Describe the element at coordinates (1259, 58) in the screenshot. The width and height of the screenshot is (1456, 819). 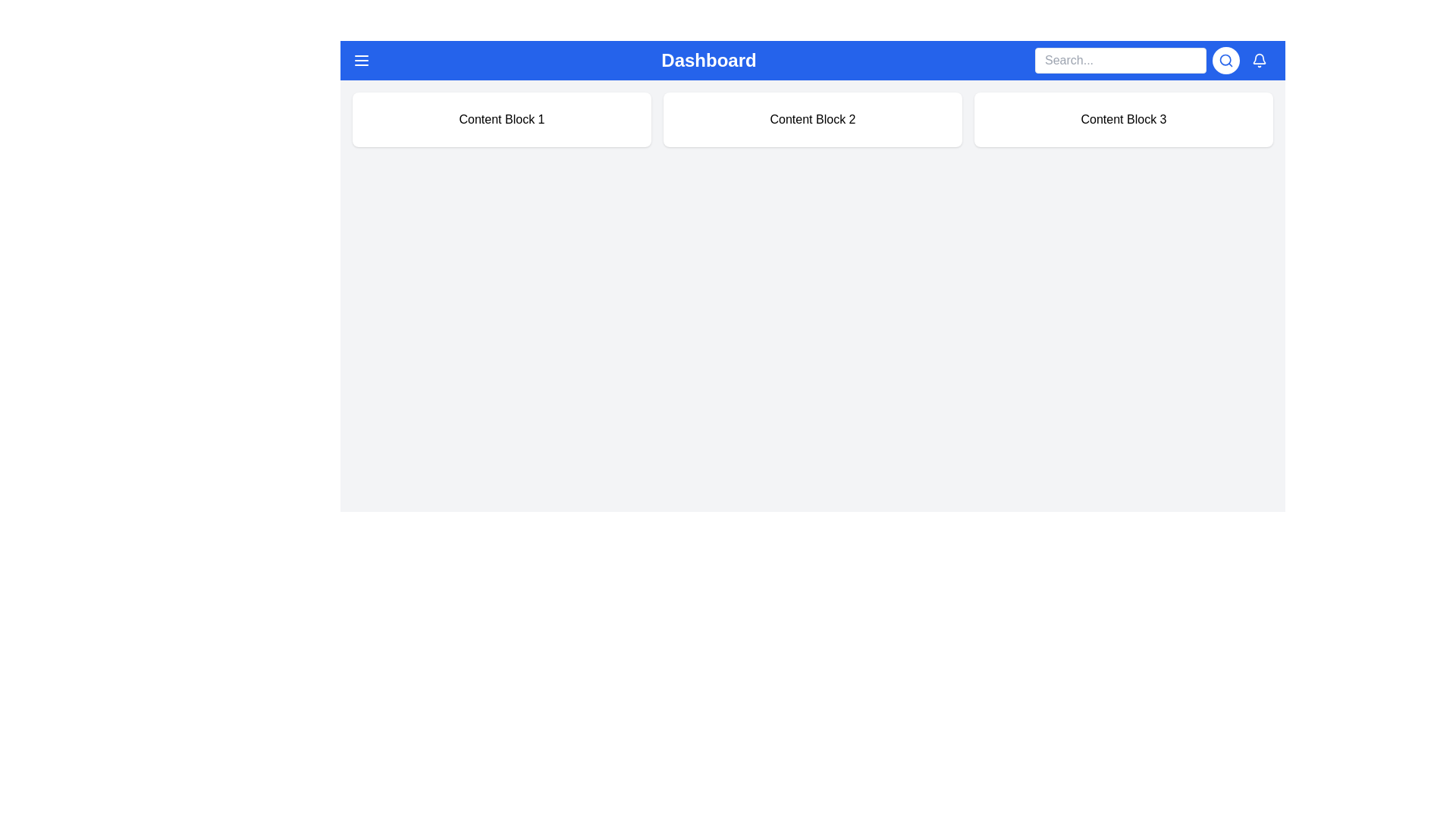
I see `the blue curved line of the bell-shaped icon located in the top right corner of the interface, which is part of a notification-related graphic` at that location.